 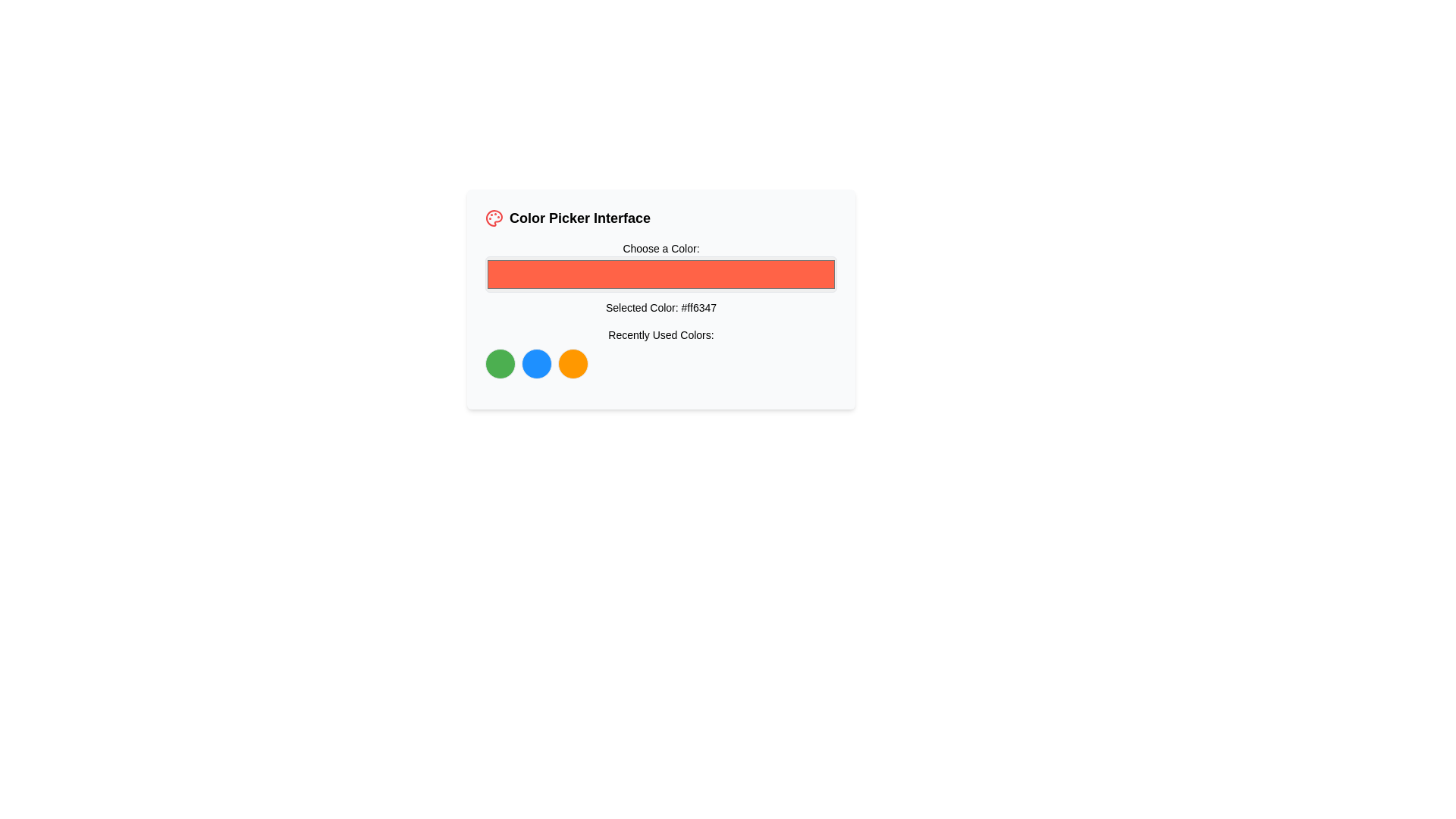 I want to click on the Text Label that serves as the title for the color picker interface, located to the right of the palette icon, so click(x=579, y=218).